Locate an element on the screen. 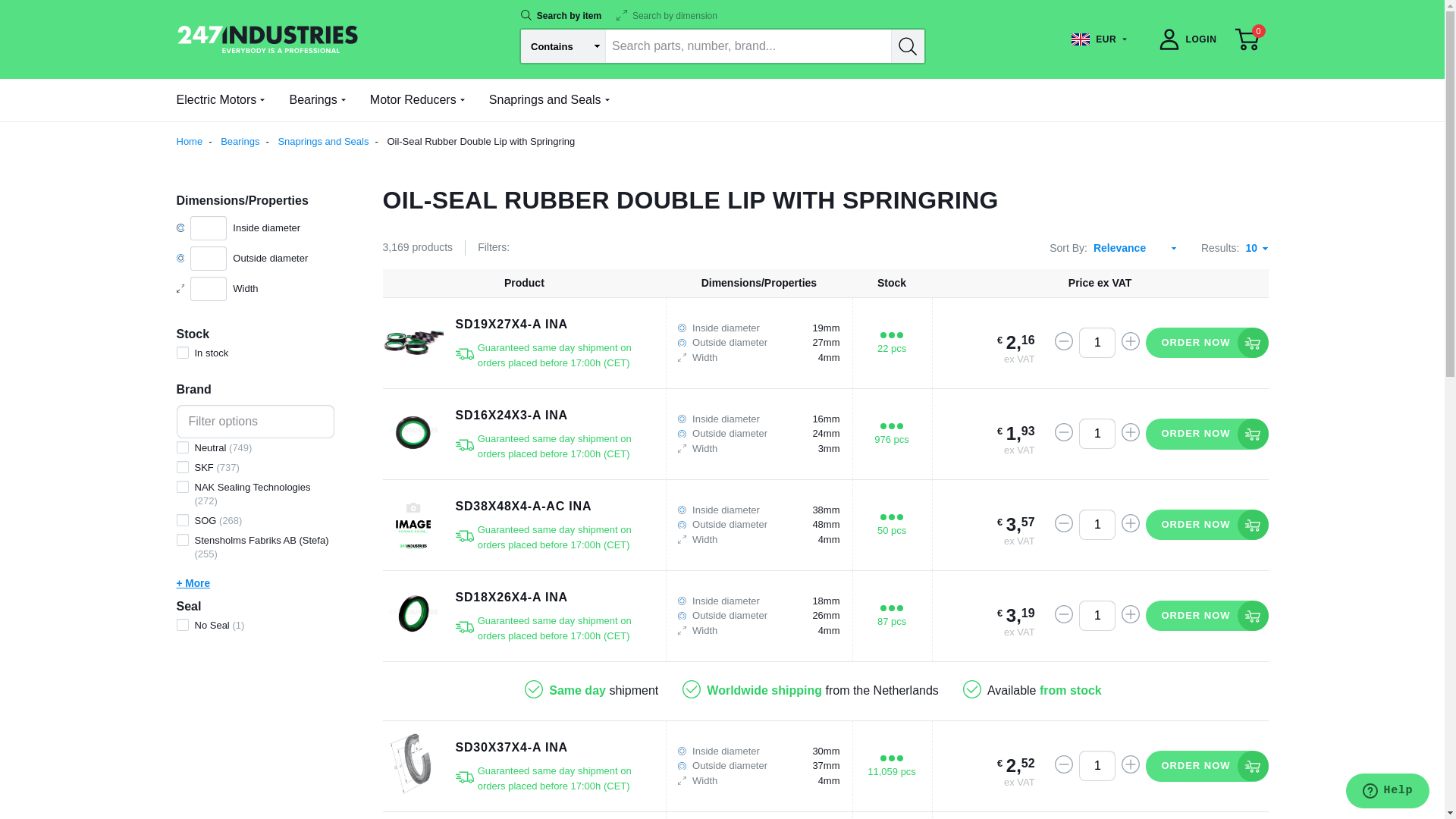 Image resolution: width=1456 pixels, height=819 pixels. 'LOGIN' is located at coordinates (1185, 38).